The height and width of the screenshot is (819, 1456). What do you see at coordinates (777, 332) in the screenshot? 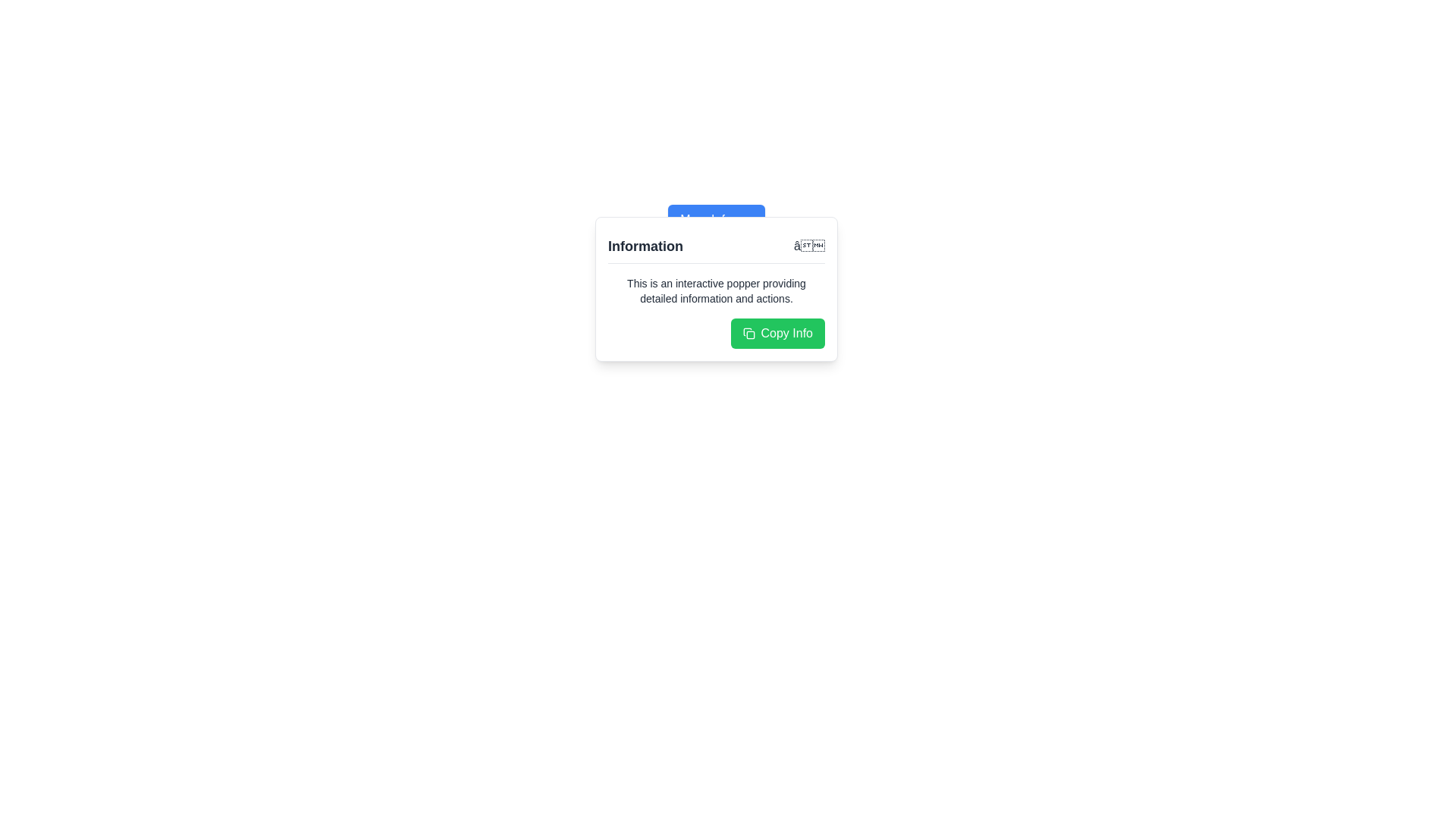
I see `the button located at the bottom-right corner of the pop-up modal to provide a visual cue for the user` at bounding box center [777, 332].